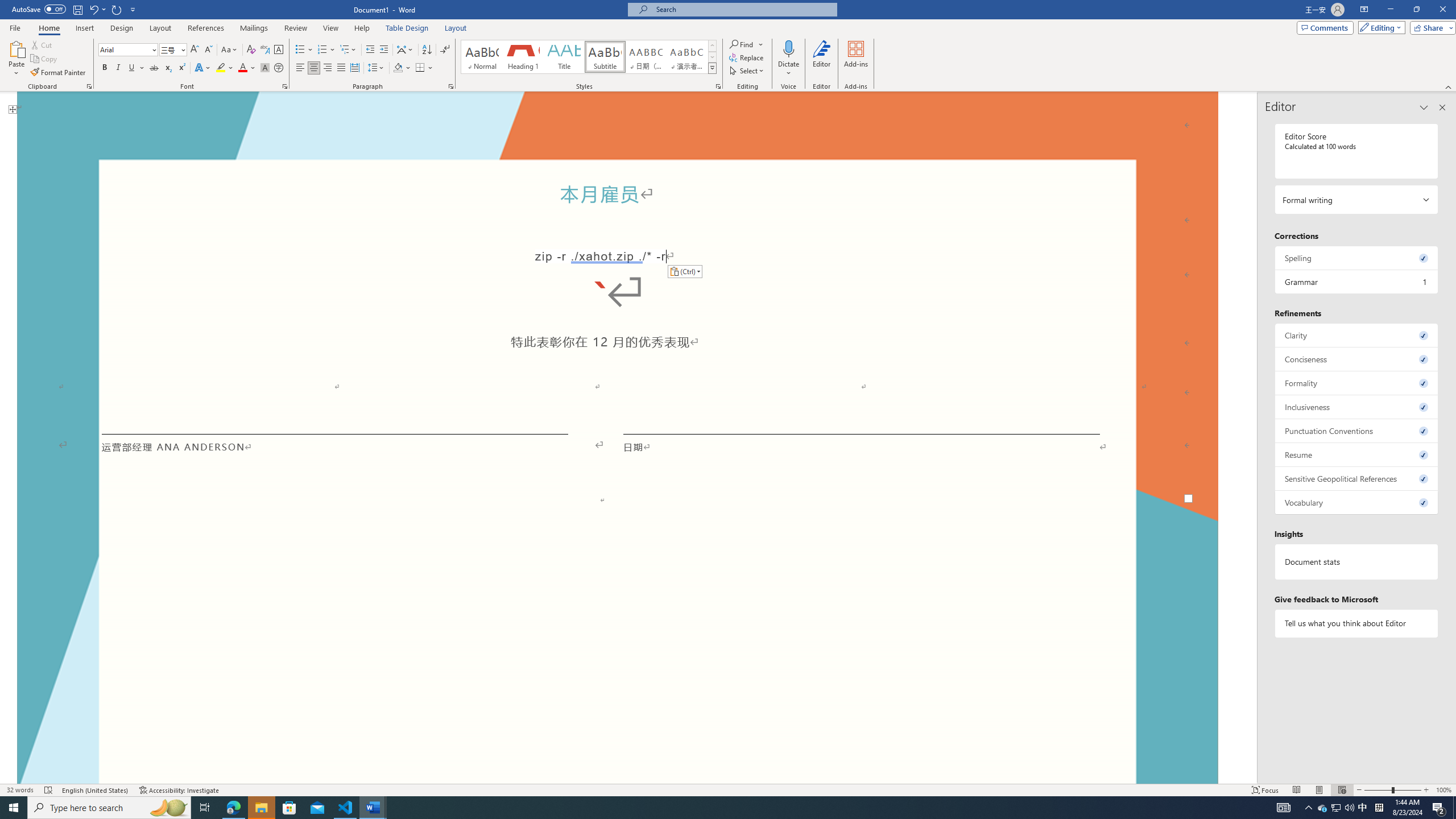  I want to click on 'Vocabulary, 0 issues. Press space or enter to review items.', so click(1356, 502).